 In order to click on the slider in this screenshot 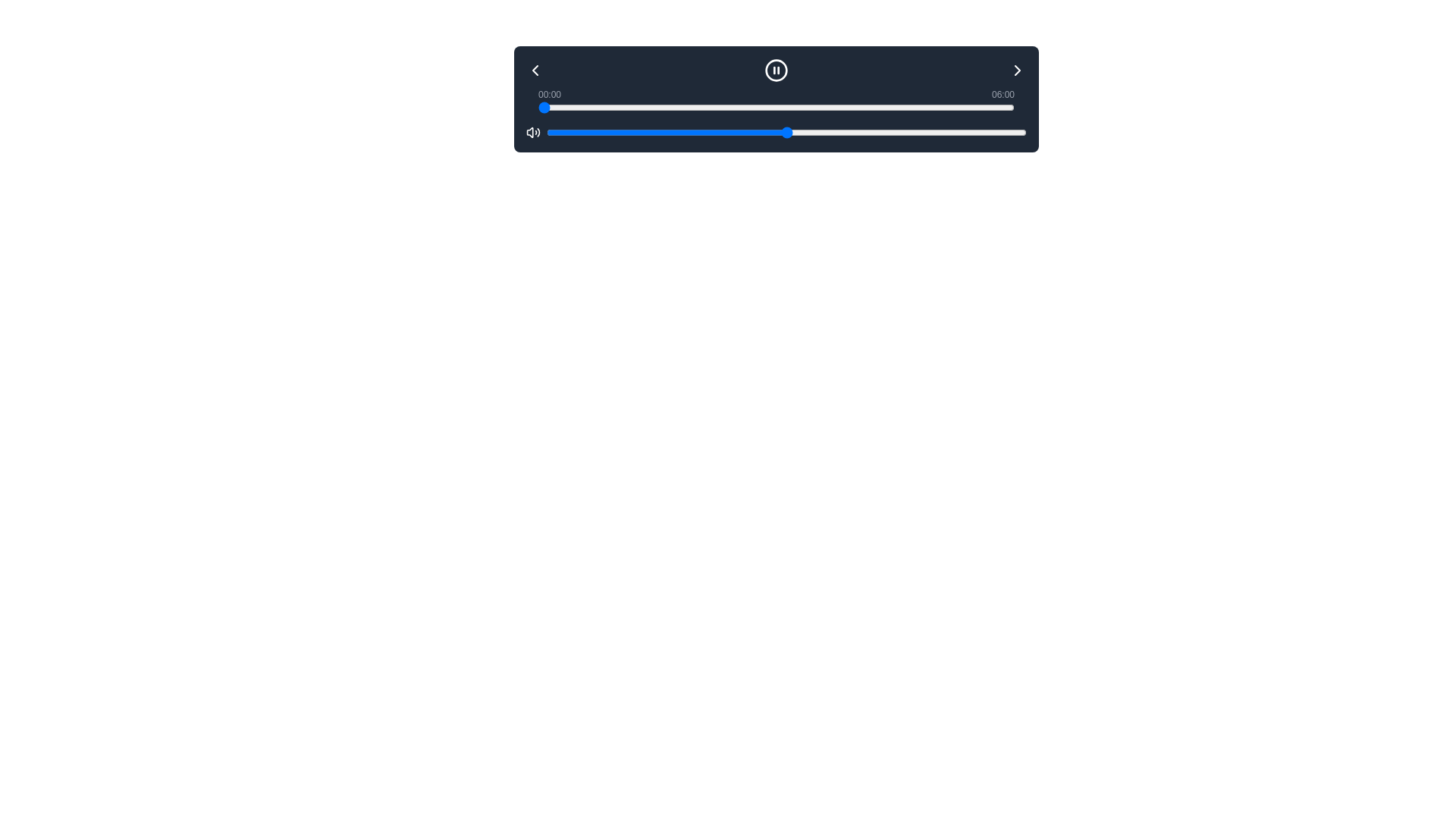, I will do `click(993, 131)`.